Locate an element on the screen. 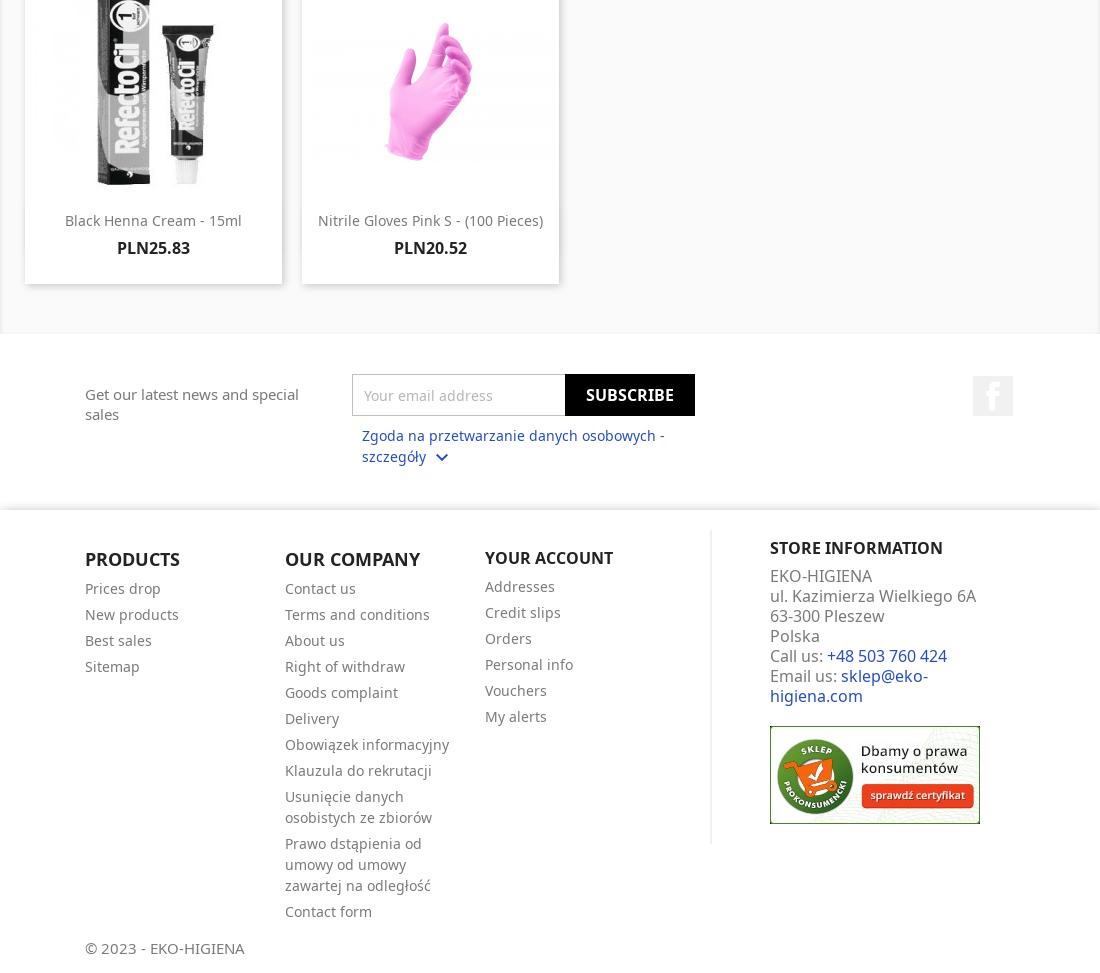 The height and width of the screenshot is (973, 1100). 'Sitemap' is located at coordinates (112, 664).